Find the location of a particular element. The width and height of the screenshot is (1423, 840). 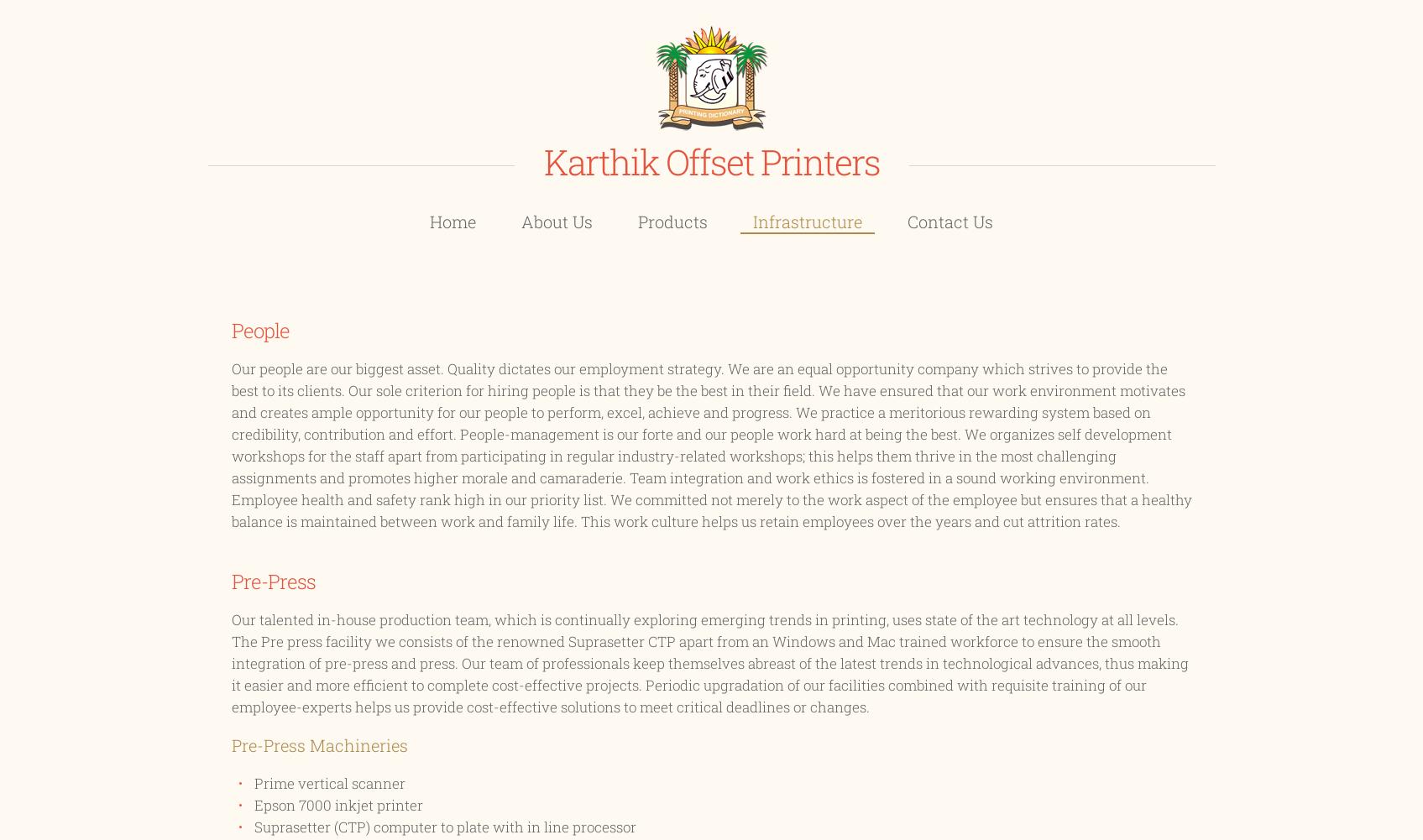

'Pre-Press' is located at coordinates (272, 580).